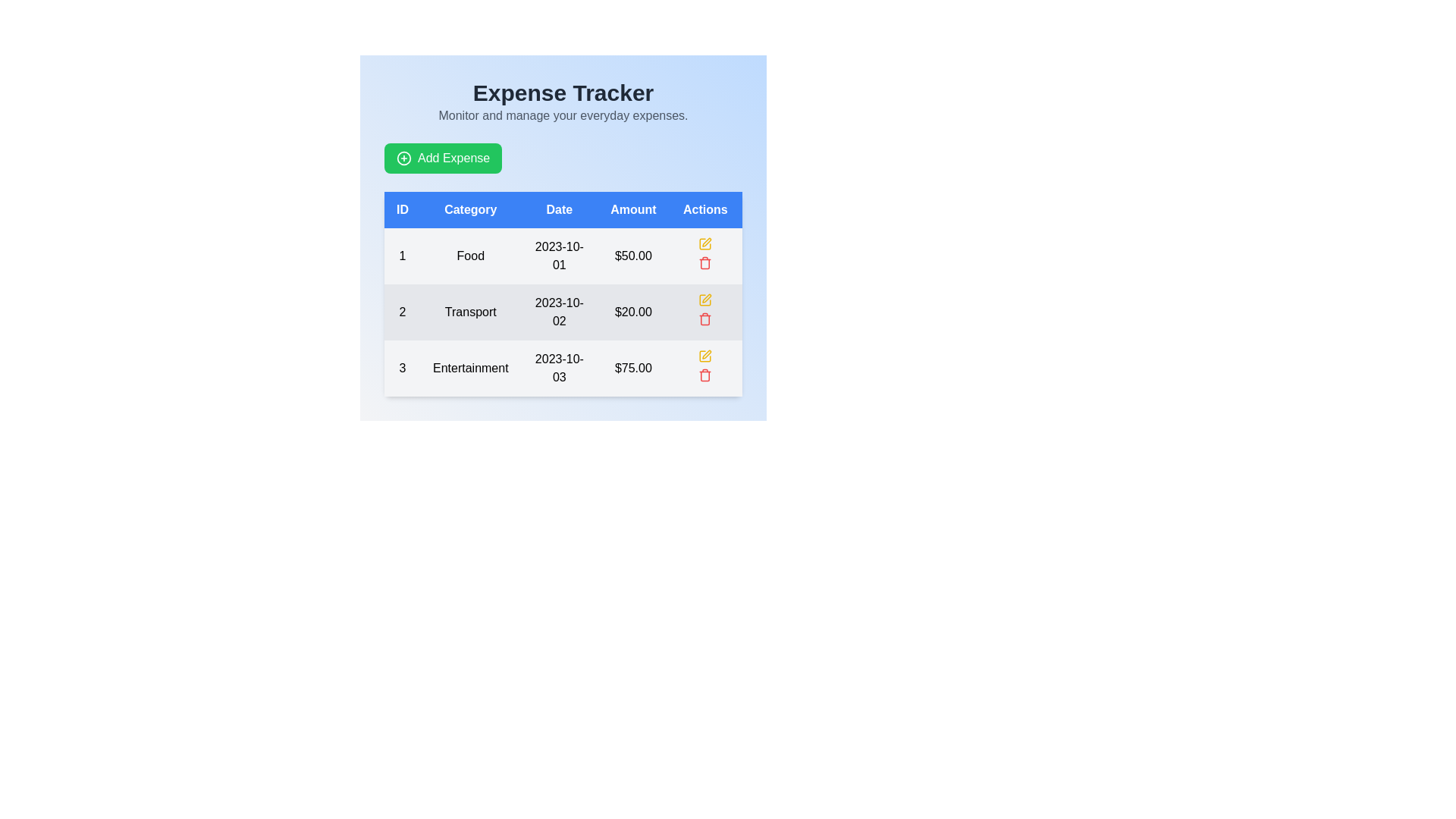  Describe the element at coordinates (704, 210) in the screenshot. I see `the static text label 'Actions', which is a blue rectangular segment with white text, located at the right-most edge of the table header in the last position of a row of labels` at that location.